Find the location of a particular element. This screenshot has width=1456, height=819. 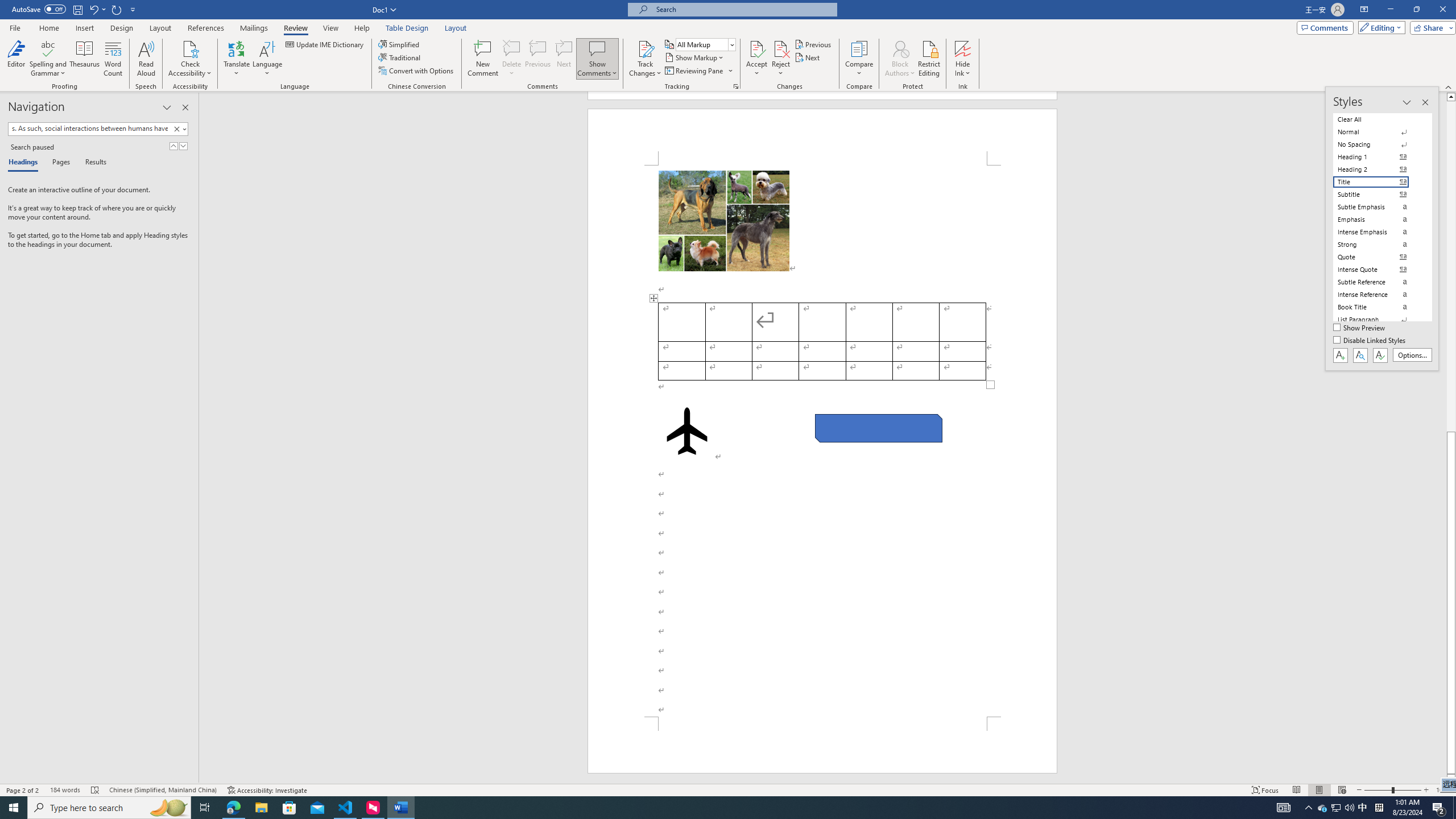

'Task Pane Options' is located at coordinates (167, 107).